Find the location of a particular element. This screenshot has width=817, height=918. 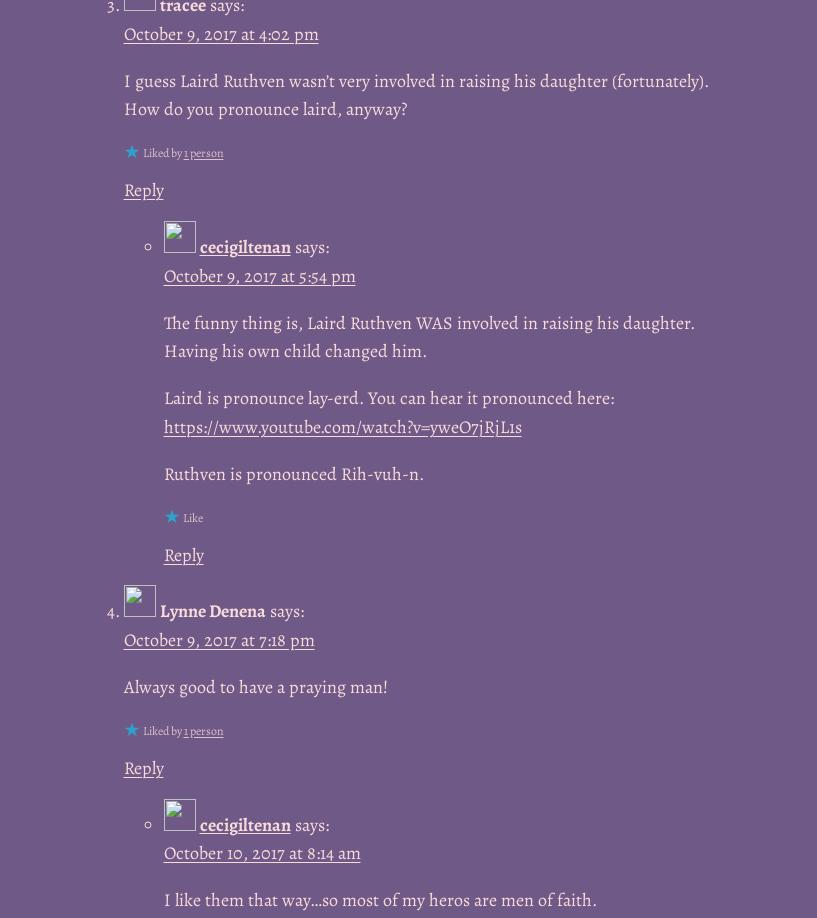

'Always good to have a praying man!' is located at coordinates (254, 686).